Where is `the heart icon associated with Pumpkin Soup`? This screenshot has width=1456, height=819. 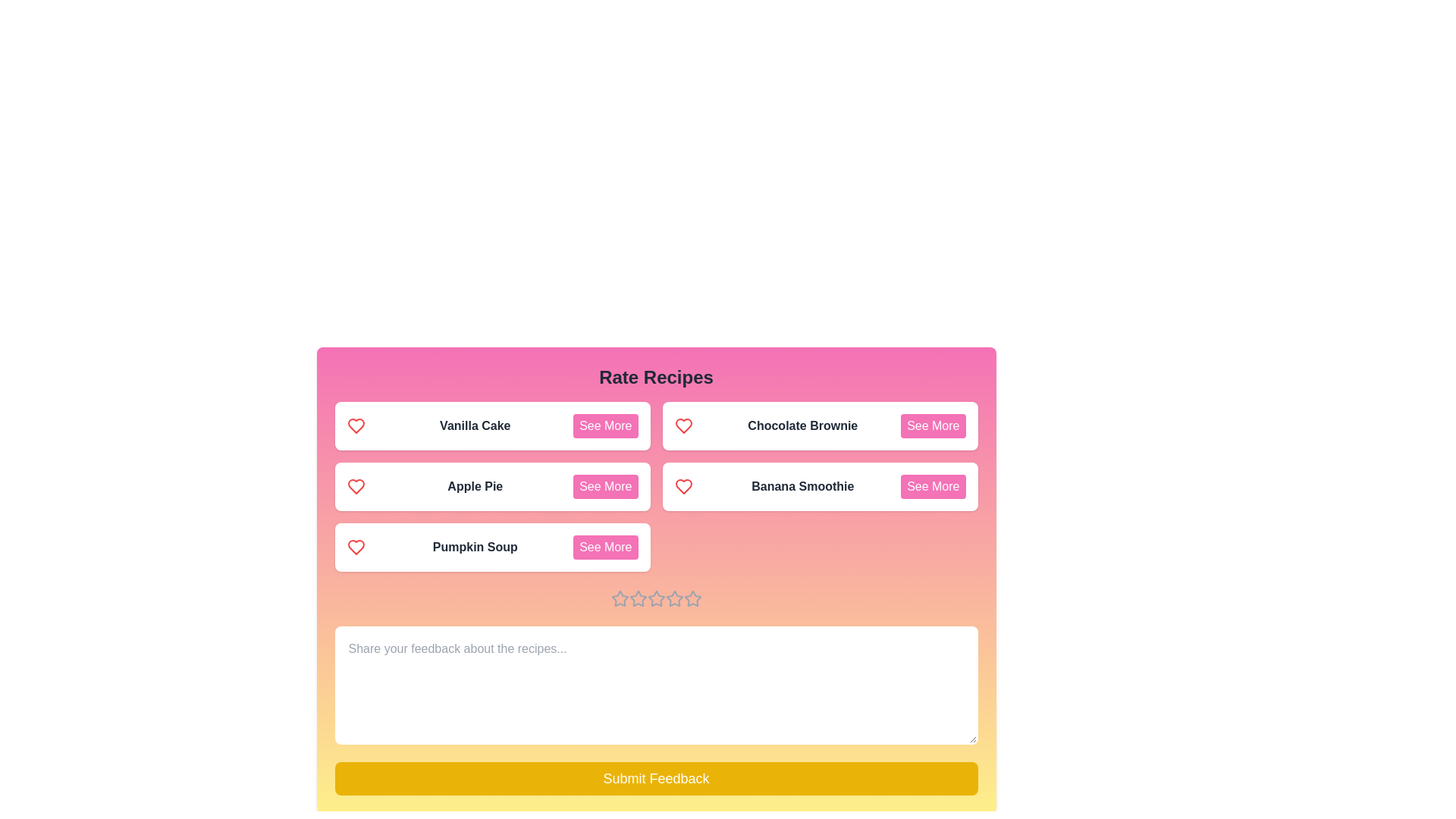 the heart icon associated with Pumpkin Soup is located at coordinates (355, 547).